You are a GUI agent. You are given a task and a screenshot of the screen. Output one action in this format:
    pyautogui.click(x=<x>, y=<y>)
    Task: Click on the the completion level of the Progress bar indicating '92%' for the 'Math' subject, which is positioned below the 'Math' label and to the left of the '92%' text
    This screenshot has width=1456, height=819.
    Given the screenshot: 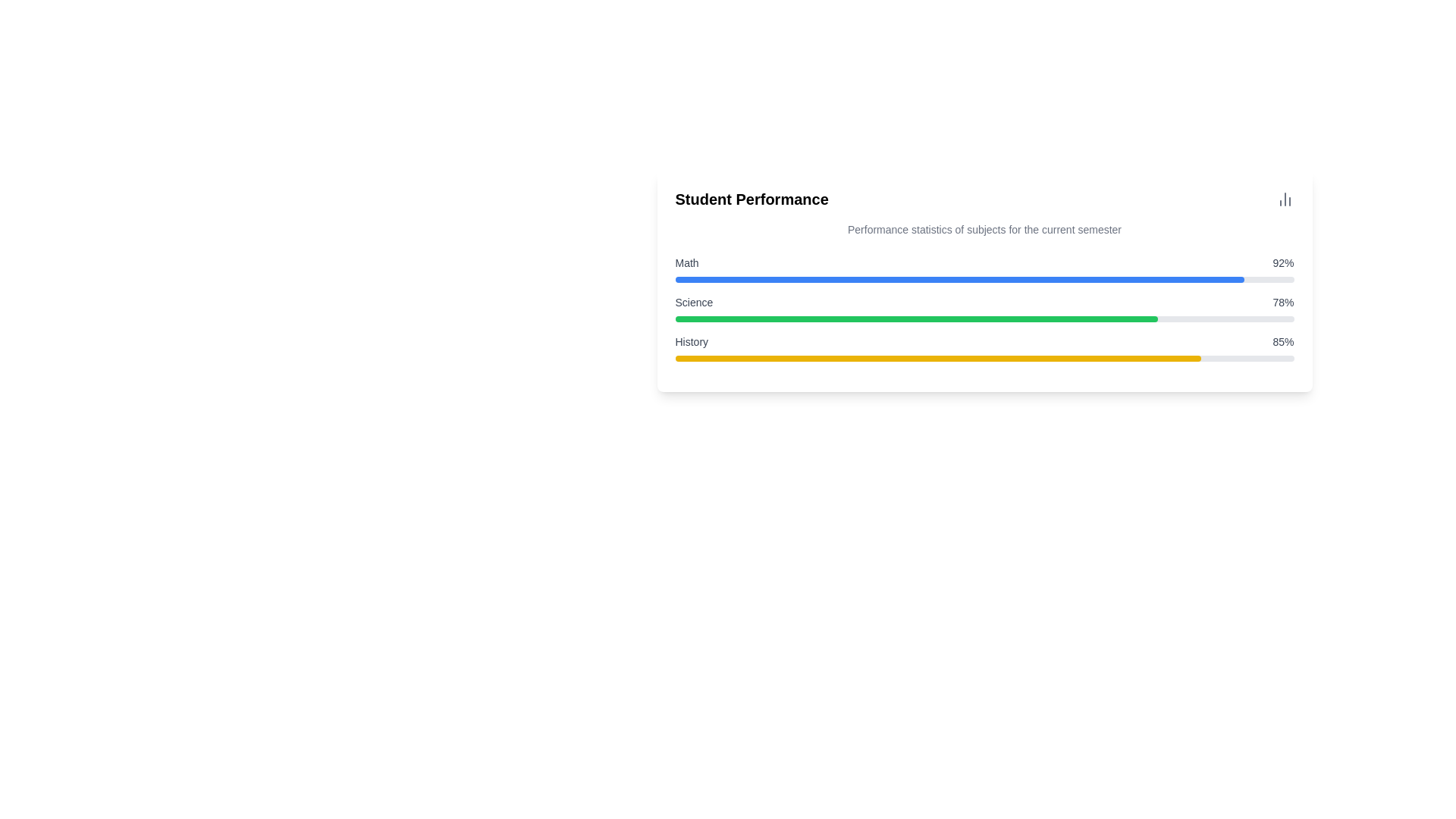 What is the action you would take?
    pyautogui.click(x=984, y=280)
    